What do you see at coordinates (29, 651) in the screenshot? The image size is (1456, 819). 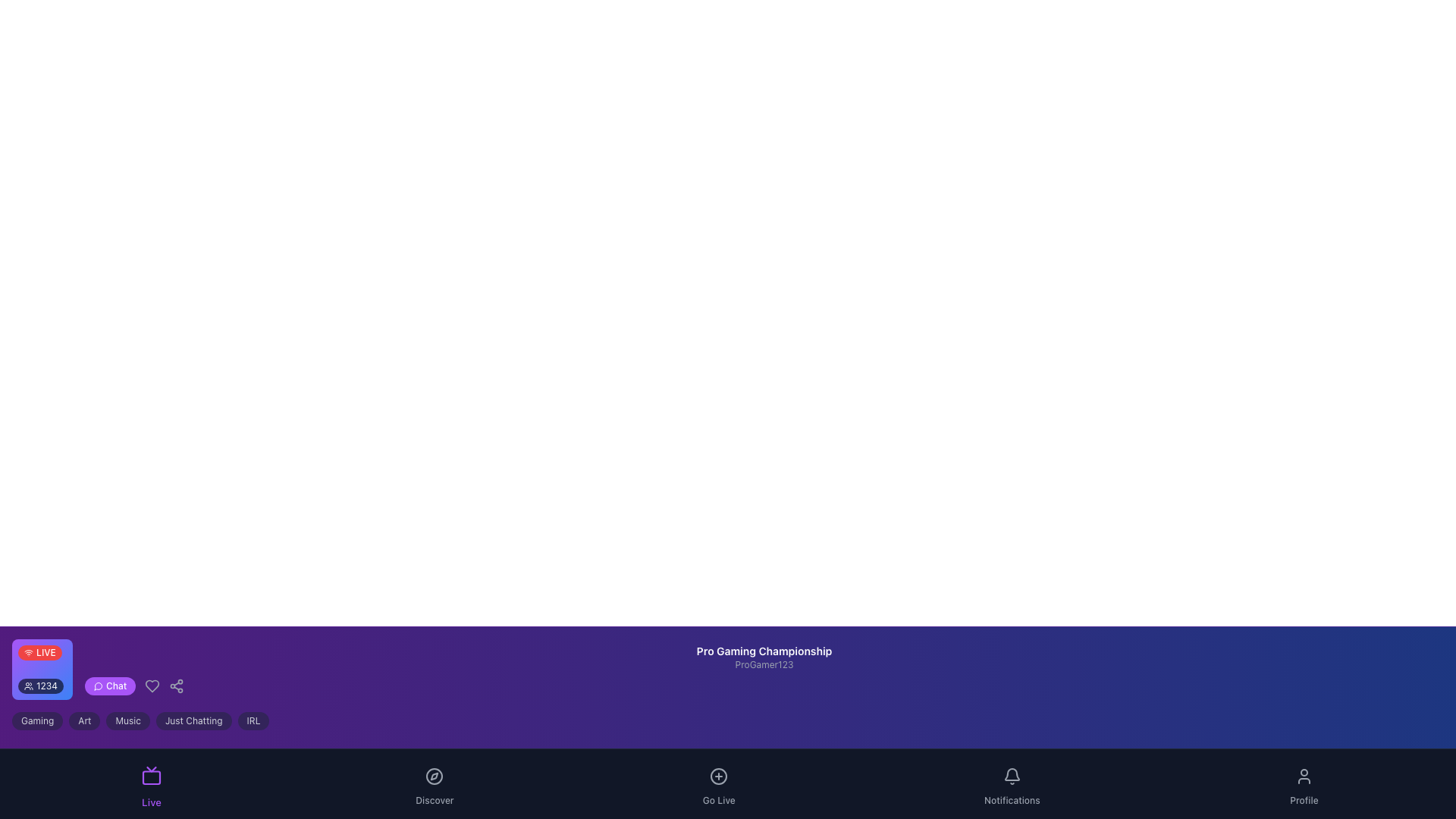 I see `the Wi-Fi connectivity indicator icon located at the top-left corner of the interface, adjacent to the 'LIVE' text` at bounding box center [29, 651].